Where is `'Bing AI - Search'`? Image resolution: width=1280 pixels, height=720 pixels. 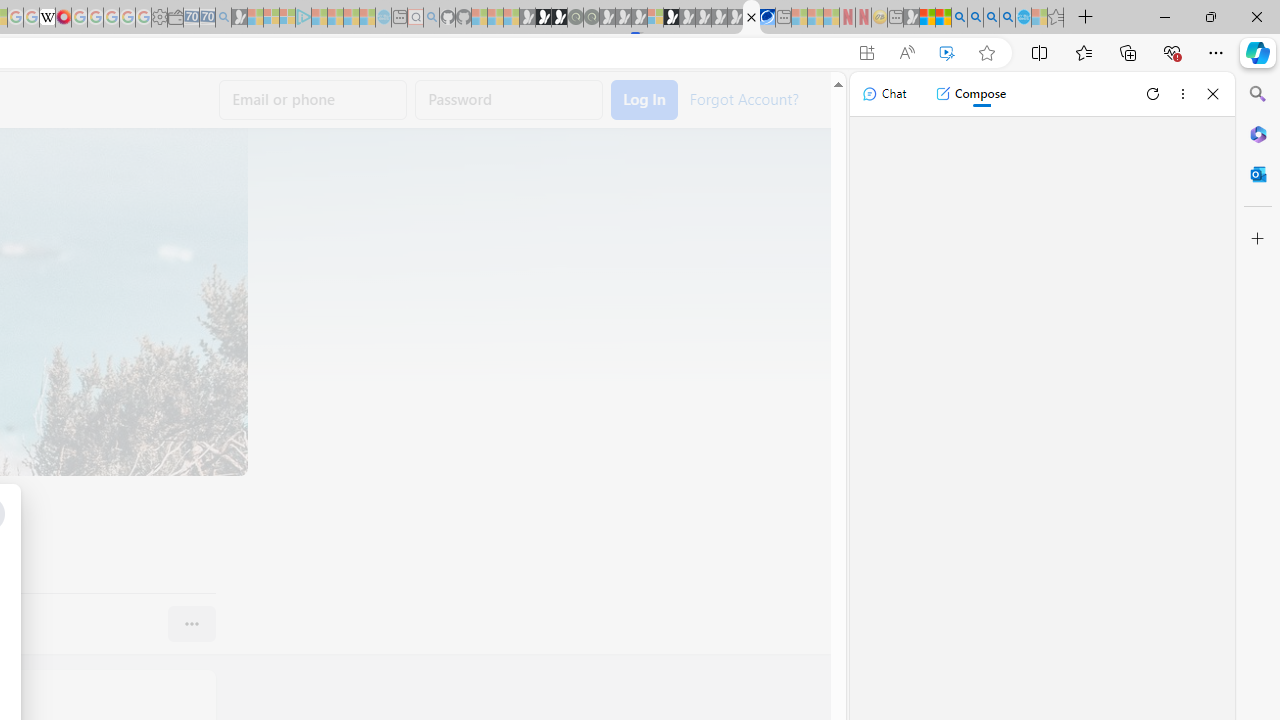
'Bing AI - Search' is located at coordinates (958, 17).